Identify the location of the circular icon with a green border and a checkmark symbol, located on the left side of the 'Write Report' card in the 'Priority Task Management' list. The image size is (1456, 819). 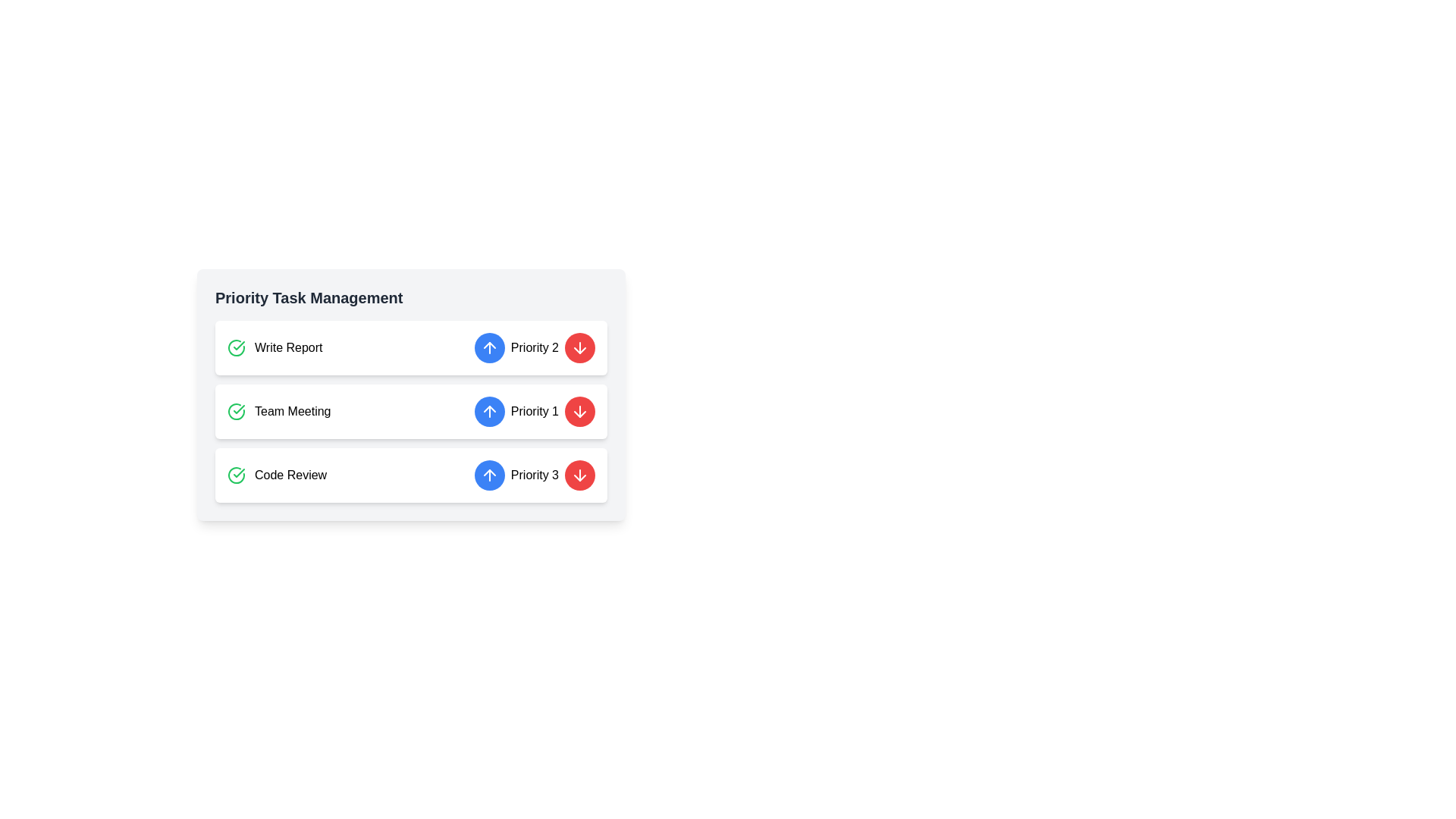
(236, 348).